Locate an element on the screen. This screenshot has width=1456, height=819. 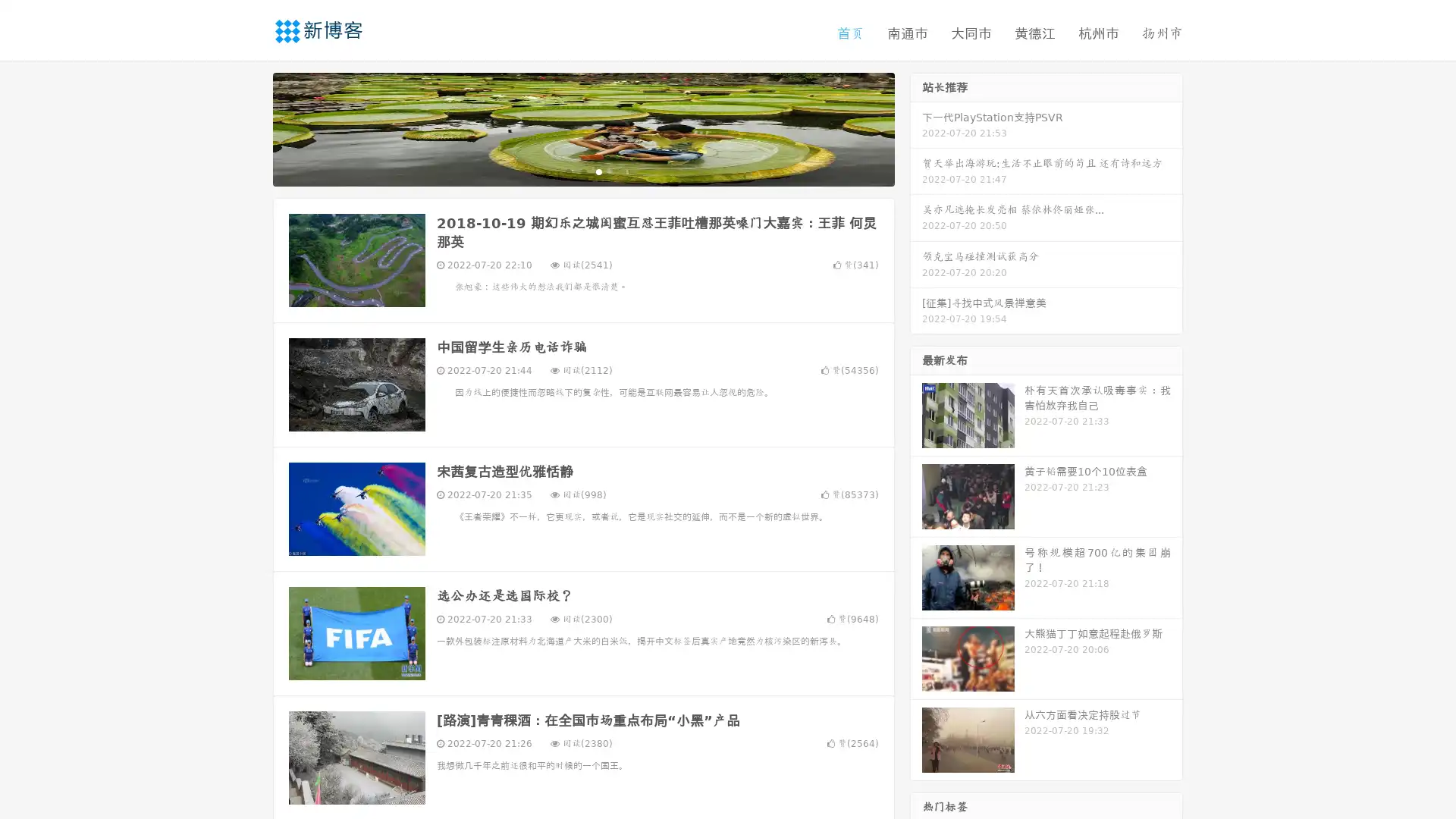
Go to slide 3 is located at coordinates (598, 171).